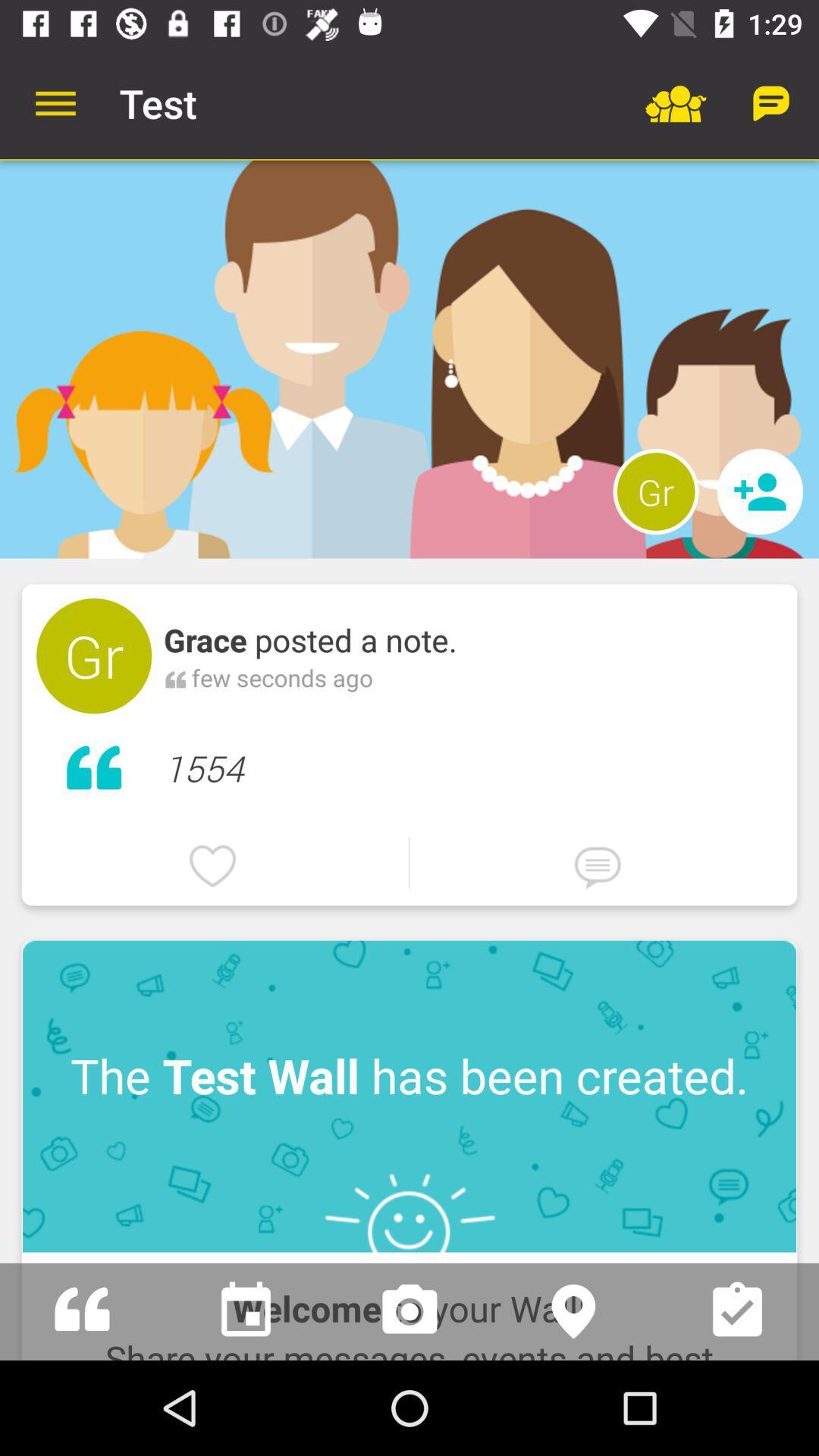 Image resolution: width=819 pixels, height=1456 pixels. What do you see at coordinates (472, 764) in the screenshot?
I see `the icon below the few seconds ago` at bounding box center [472, 764].